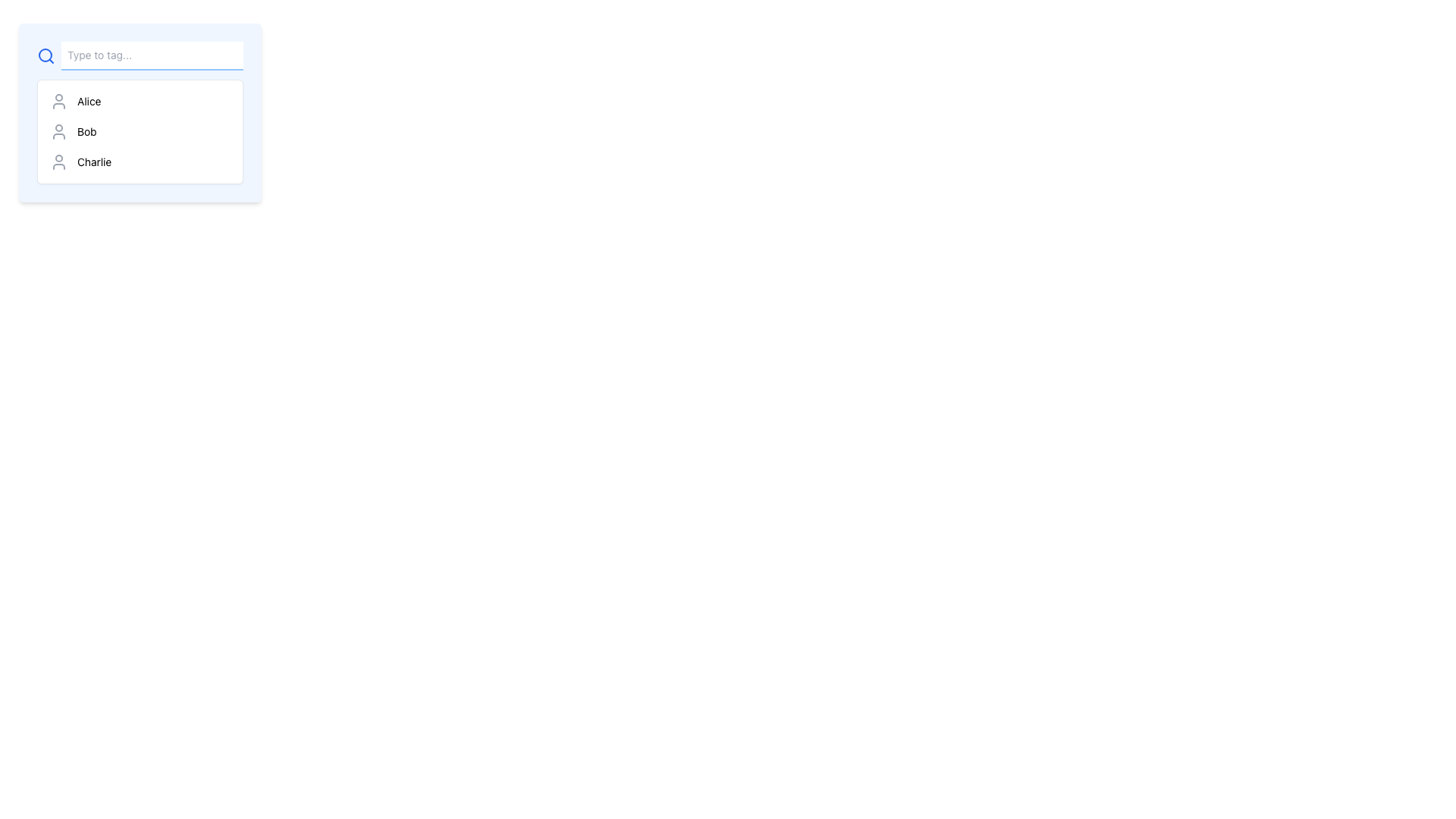  Describe the element at coordinates (140, 130) in the screenshot. I see `the second list item labeled 'Bob' in the dropdown panel` at that location.